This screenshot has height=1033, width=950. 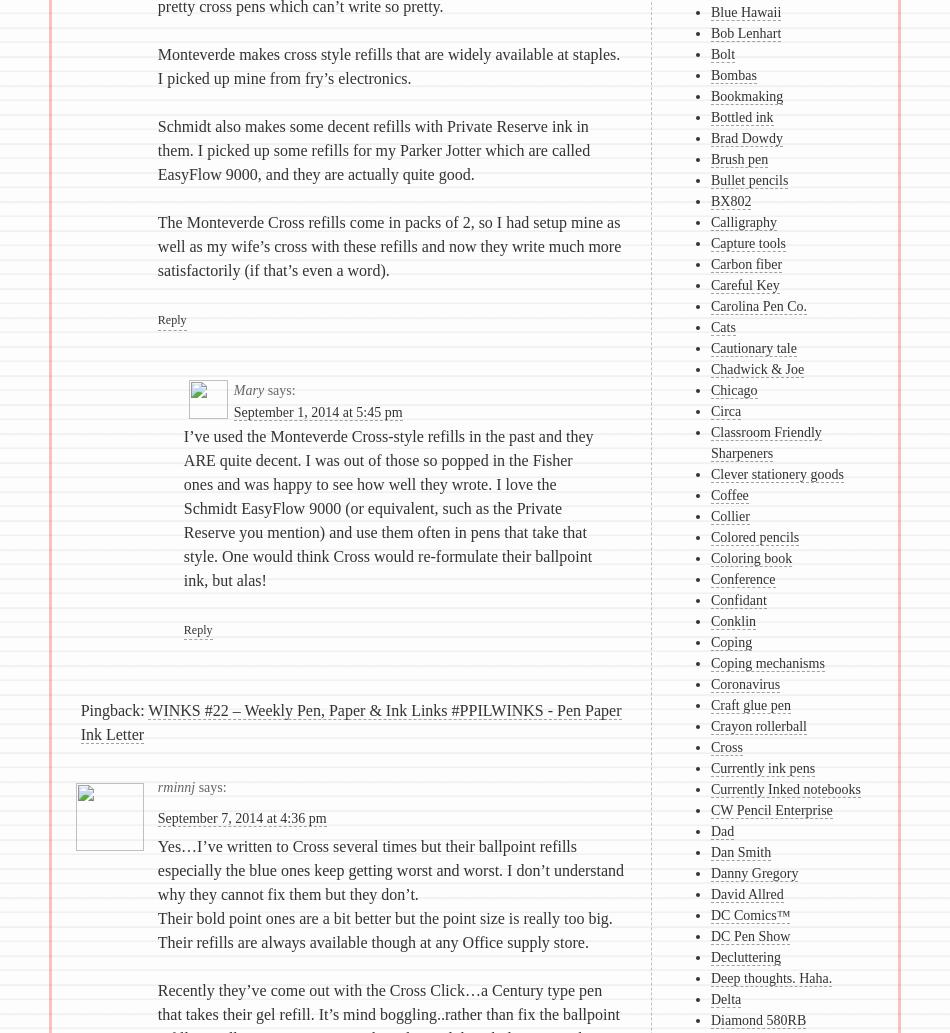 What do you see at coordinates (738, 159) in the screenshot?
I see `'Brush pen'` at bounding box center [738, 159].